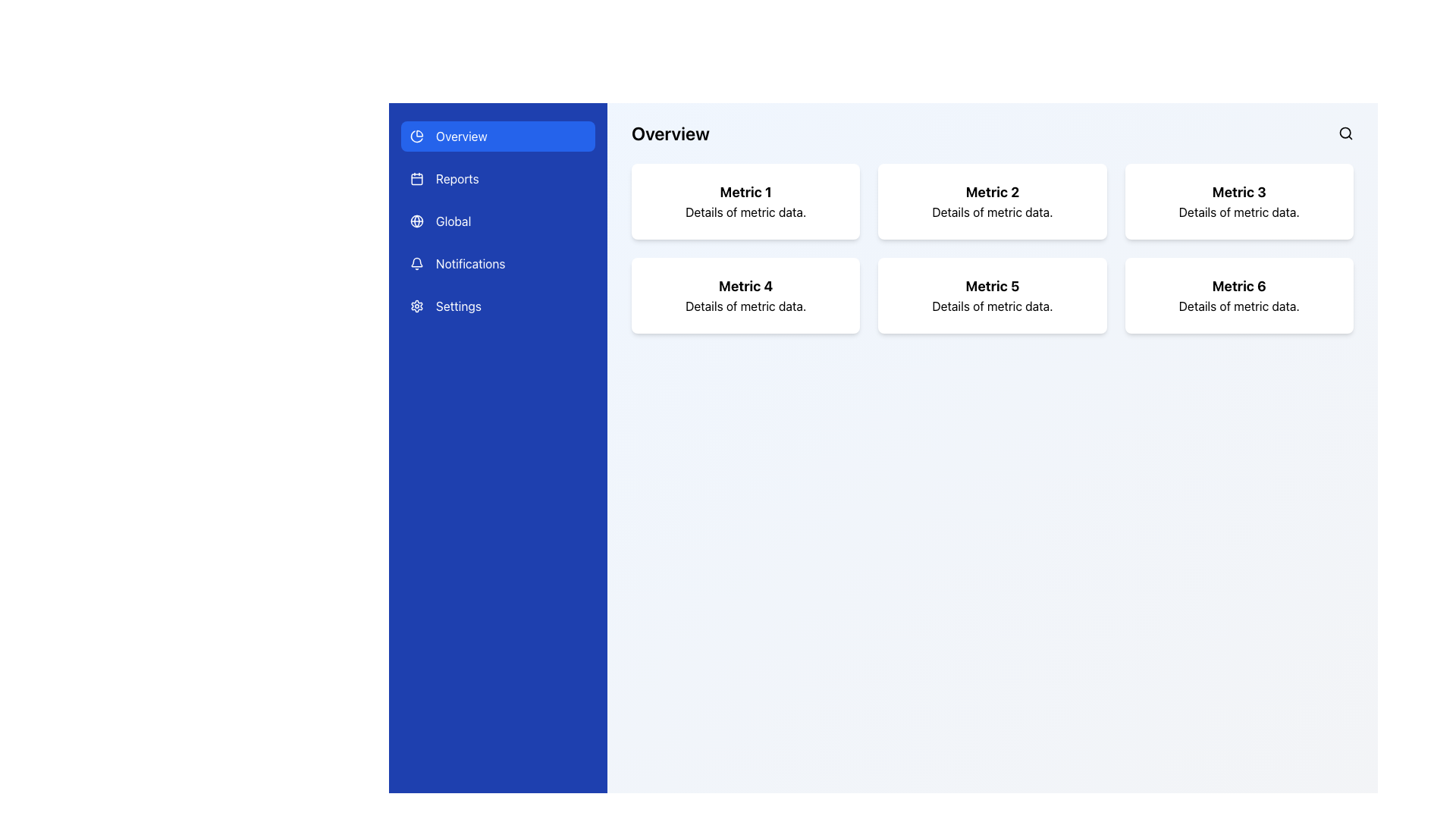 Image resolution: width=1456 pixels, height=819 pixels. I want to click on the calendar icon located in the sidebar menu, positioned next to the 'Reports' text, so click(417, 177).